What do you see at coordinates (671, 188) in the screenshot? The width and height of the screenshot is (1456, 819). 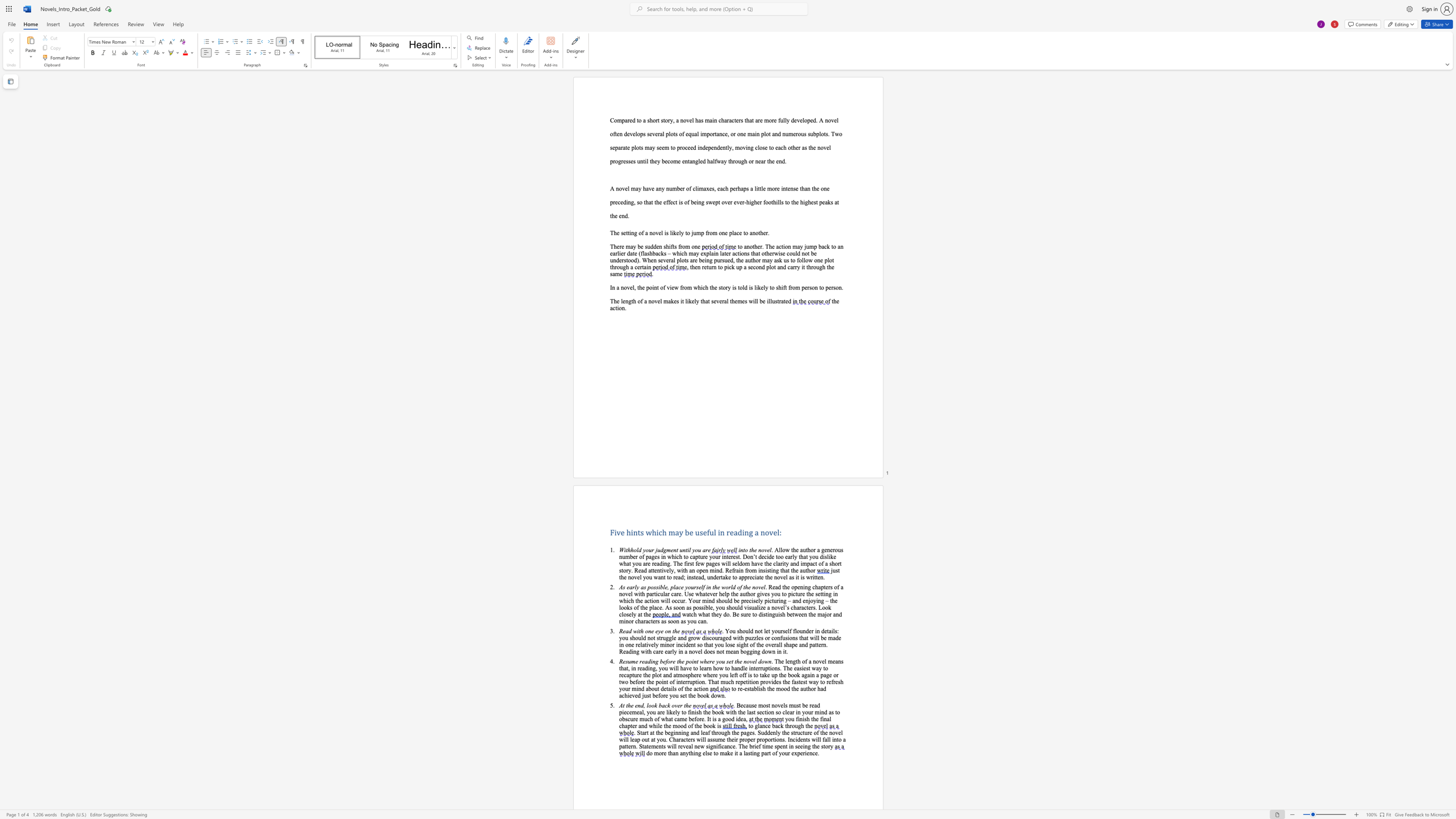 I see `the subset text "mber" within the text "A novel may have any number of climaxes, each"` at bounding box center [671, 188].